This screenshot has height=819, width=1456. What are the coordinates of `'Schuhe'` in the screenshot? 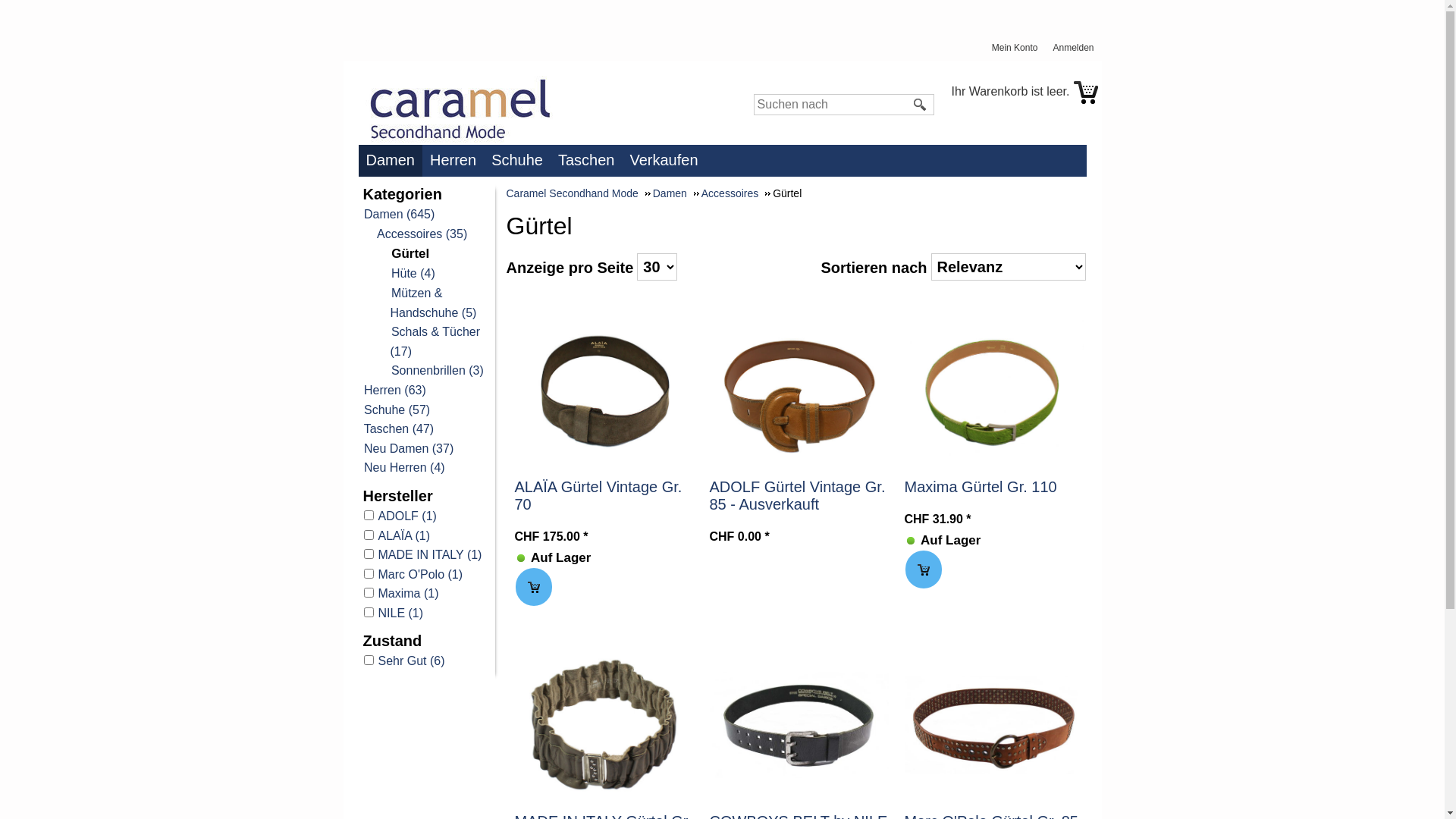 It's located at (520, 159).